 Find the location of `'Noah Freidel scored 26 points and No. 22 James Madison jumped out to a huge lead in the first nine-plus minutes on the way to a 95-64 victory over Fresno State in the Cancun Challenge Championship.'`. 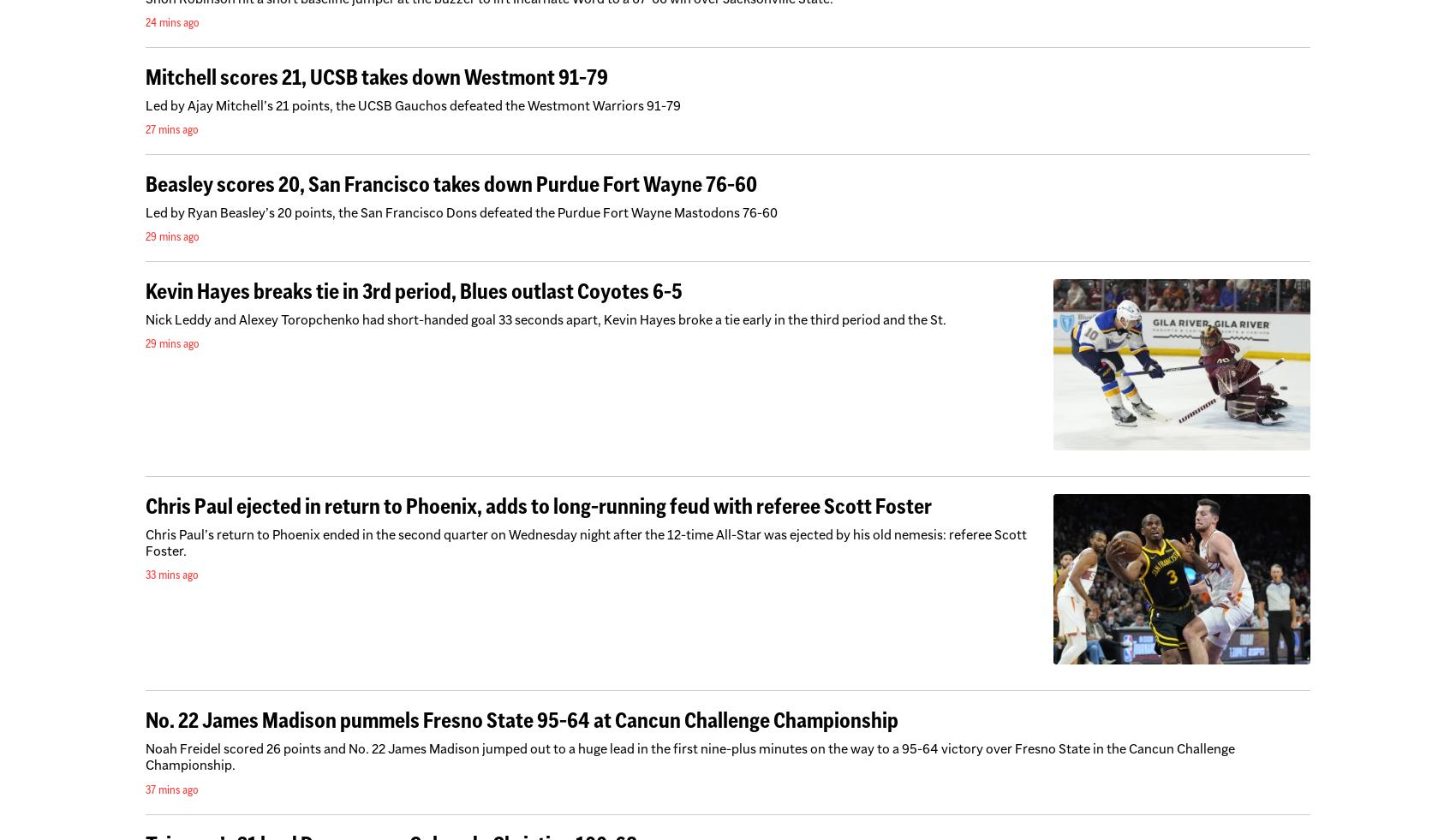

'Noah Freidel scored 26 points and No. 22 James Madison jumped out to a huge lead in the first nine-plus minutes on the way to a 95-64 victory over Fresno State in the Cancun Challenge Championship.' is located at coordinates (689, 756).